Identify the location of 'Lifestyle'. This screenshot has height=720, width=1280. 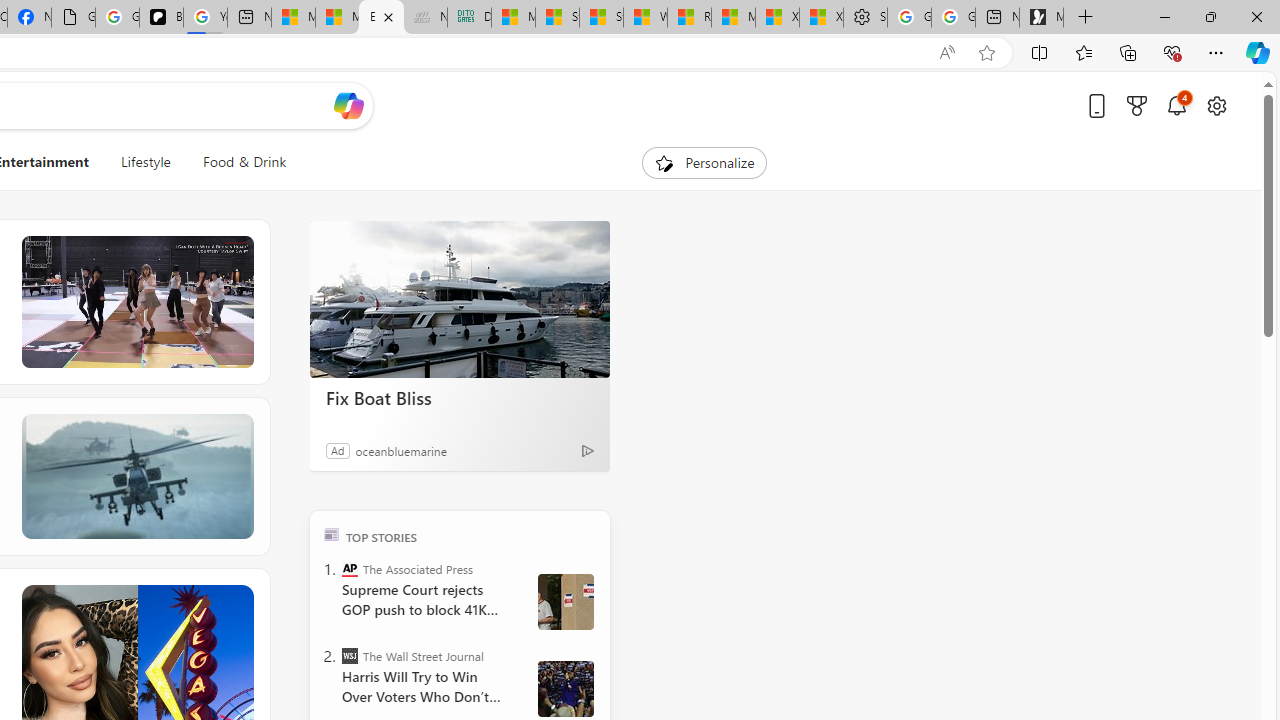
(144, 162).